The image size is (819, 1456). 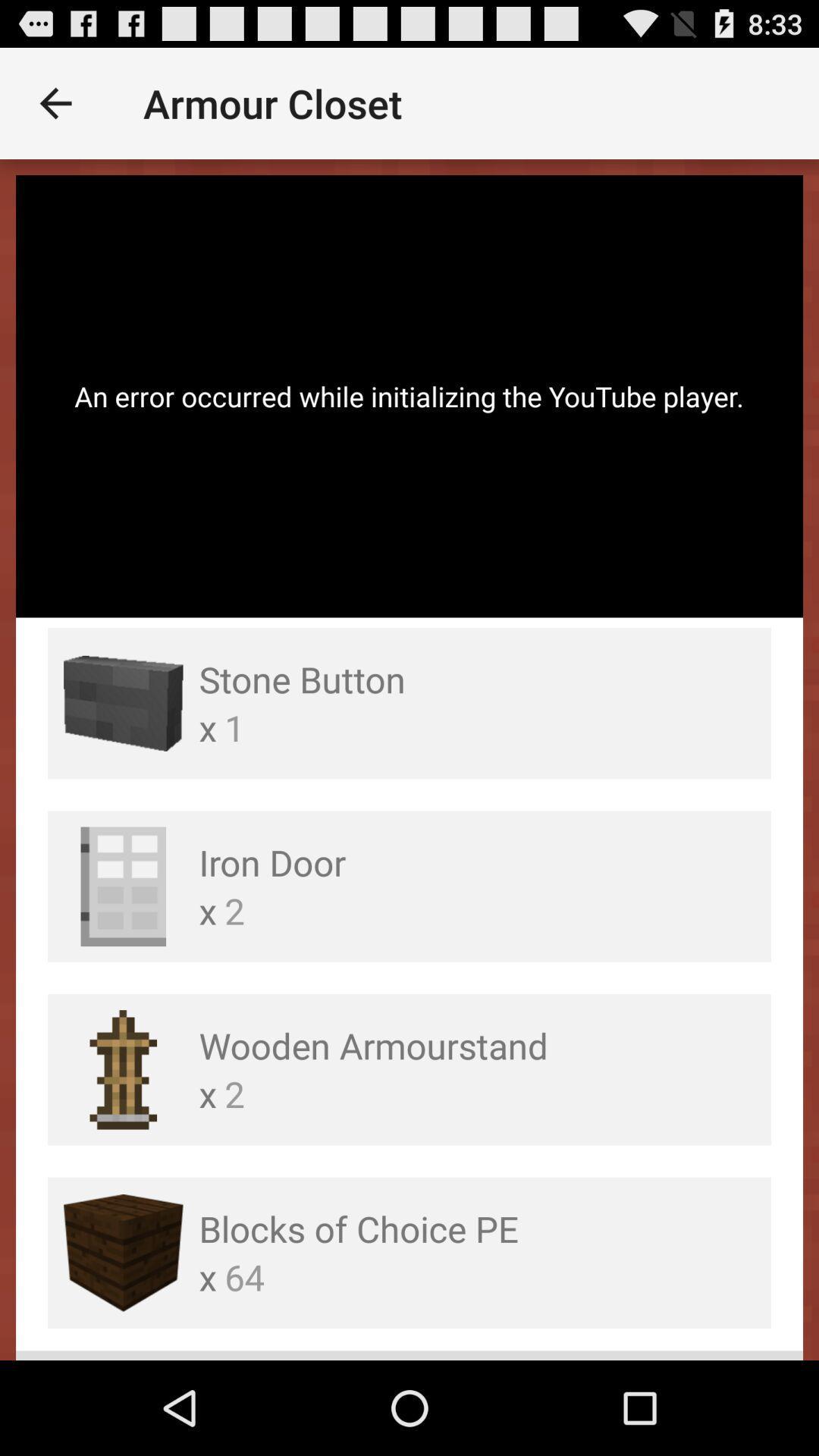 What do you see at coordinates (122, 1253) in the screenshot?
I see `icon left to the text blocks of choice pe` at bounding box center [122, 1253].